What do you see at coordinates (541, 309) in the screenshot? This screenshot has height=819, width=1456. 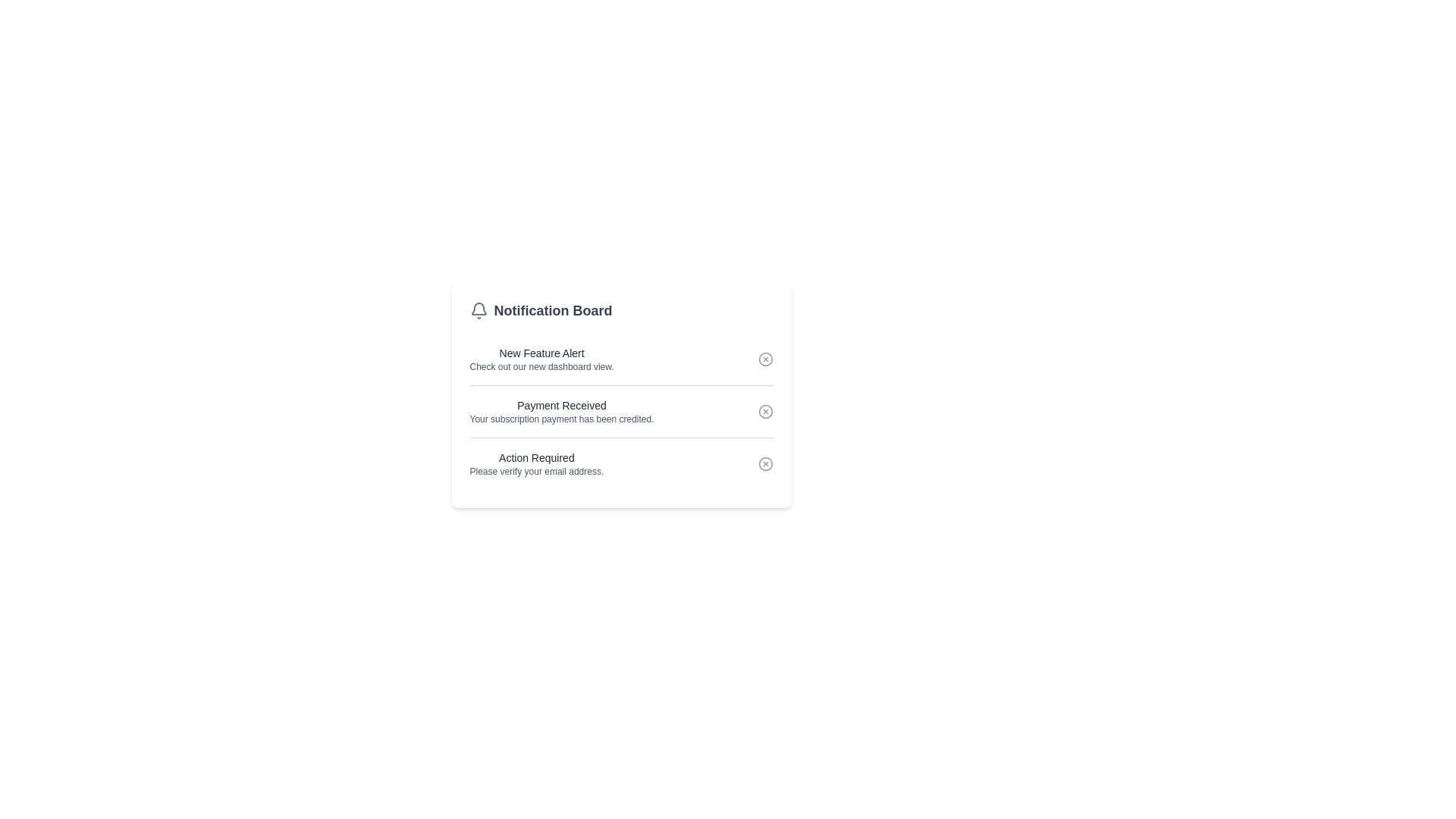 I see `the 'Notification Board' header text, which includes an icon resembling a bell followed by the text in bold and larger font style, located at the top left corner of a card-like layout` at bounding box center [541, 309].